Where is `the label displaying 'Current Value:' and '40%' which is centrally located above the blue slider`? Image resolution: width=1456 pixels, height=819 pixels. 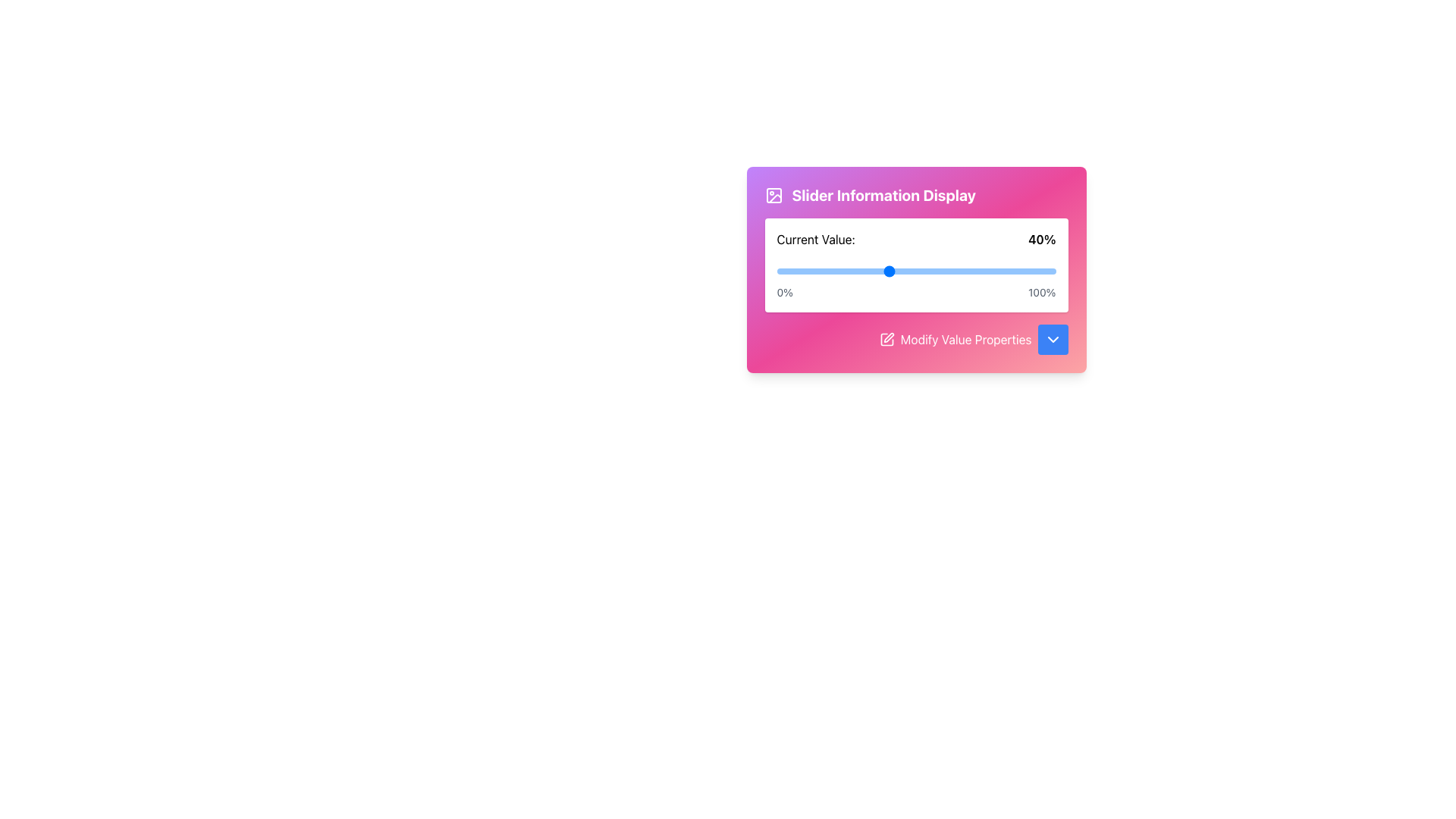
the label displaying 'Current Value:' and '40%' which is centrally located above the blue slider is located at coordinates (915, 245).